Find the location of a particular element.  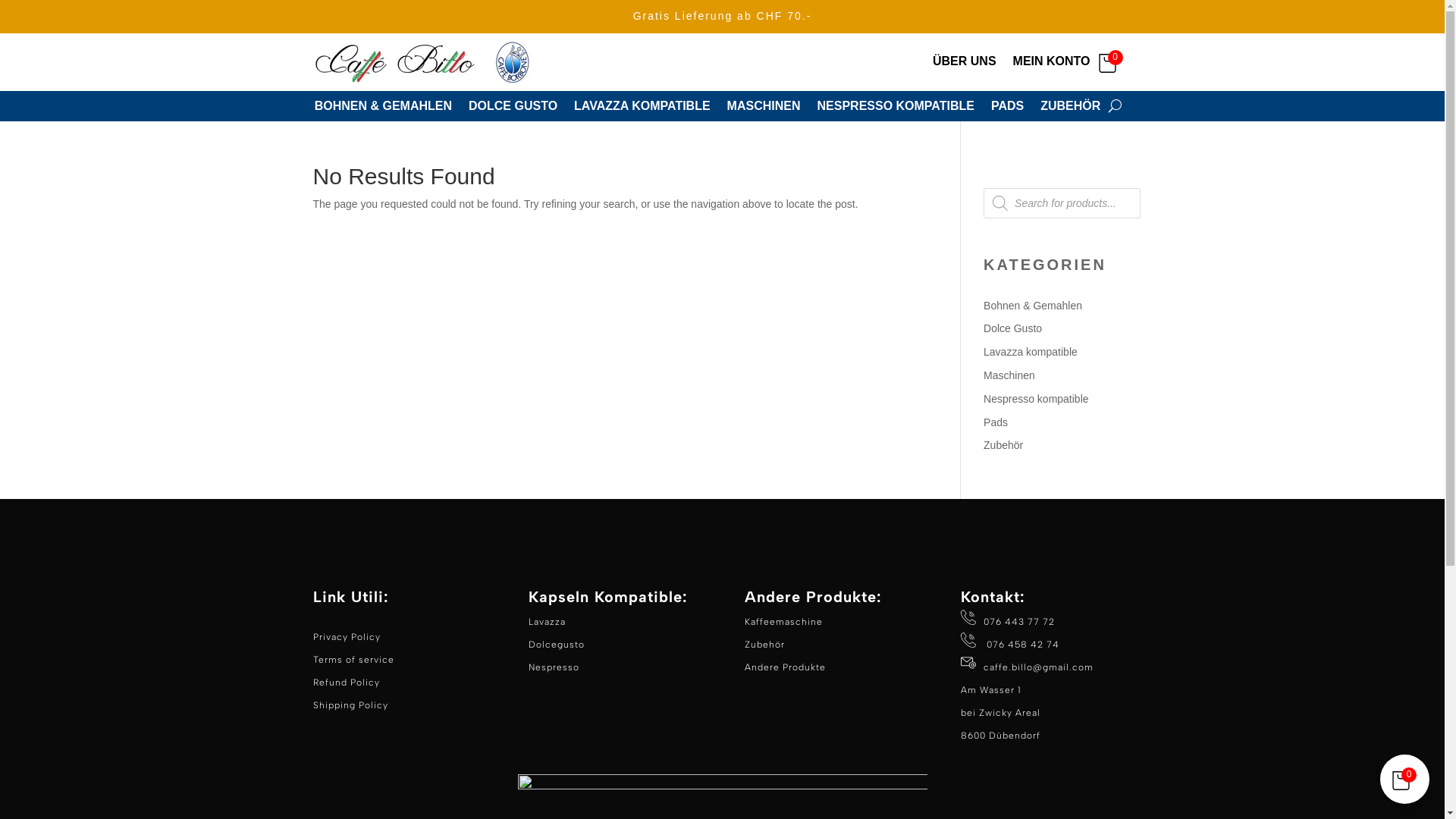

'NESPRESSO KOMPATIBLE' is located at coordinates (896, 108).